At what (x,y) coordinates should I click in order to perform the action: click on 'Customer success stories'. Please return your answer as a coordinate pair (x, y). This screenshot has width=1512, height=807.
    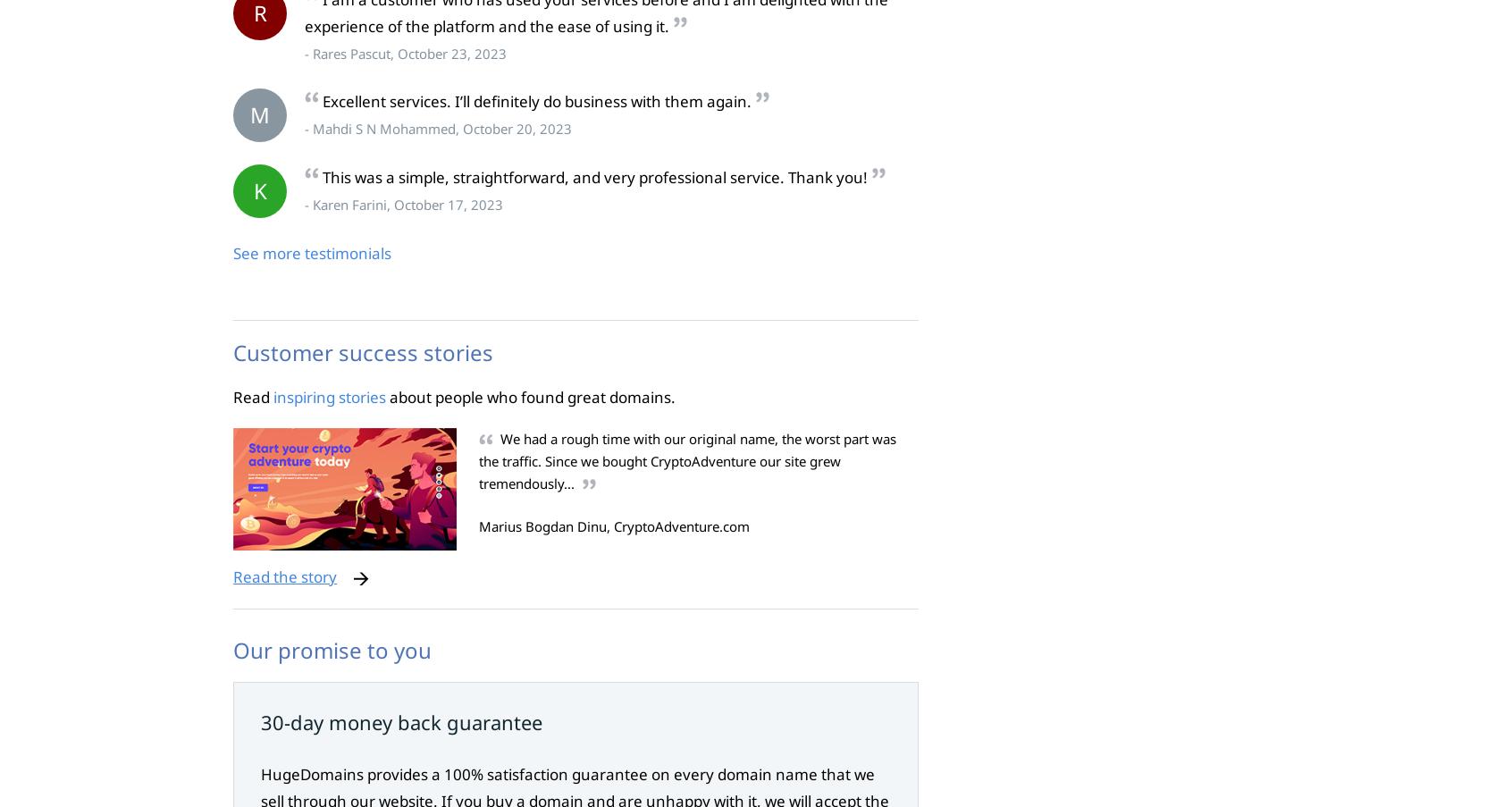
    Looking at the image, I should click on (363, 350).